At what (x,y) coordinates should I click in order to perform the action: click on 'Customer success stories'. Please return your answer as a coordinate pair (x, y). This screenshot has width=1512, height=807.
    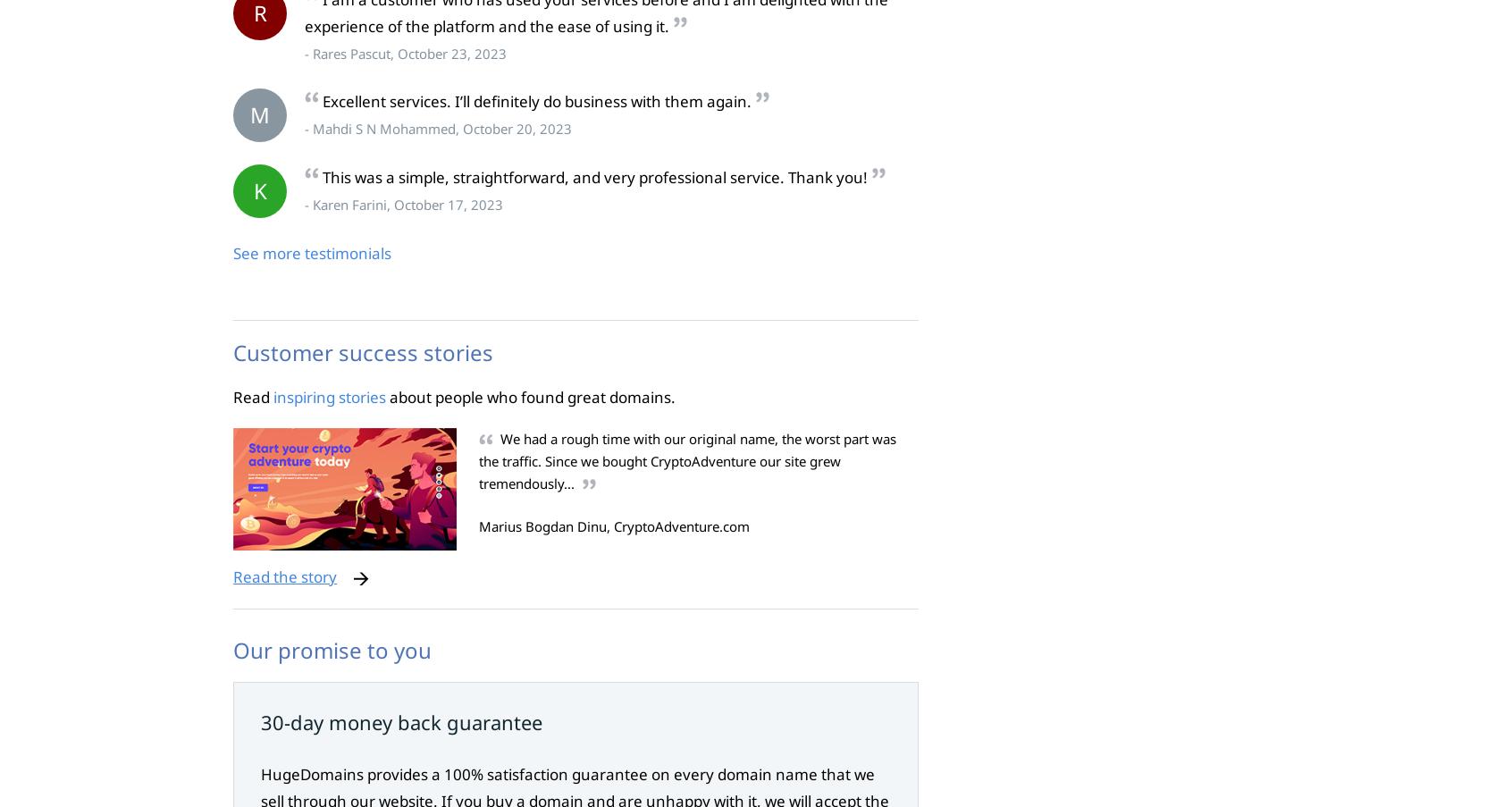
    Looking at the image, I should click on (363, 350).